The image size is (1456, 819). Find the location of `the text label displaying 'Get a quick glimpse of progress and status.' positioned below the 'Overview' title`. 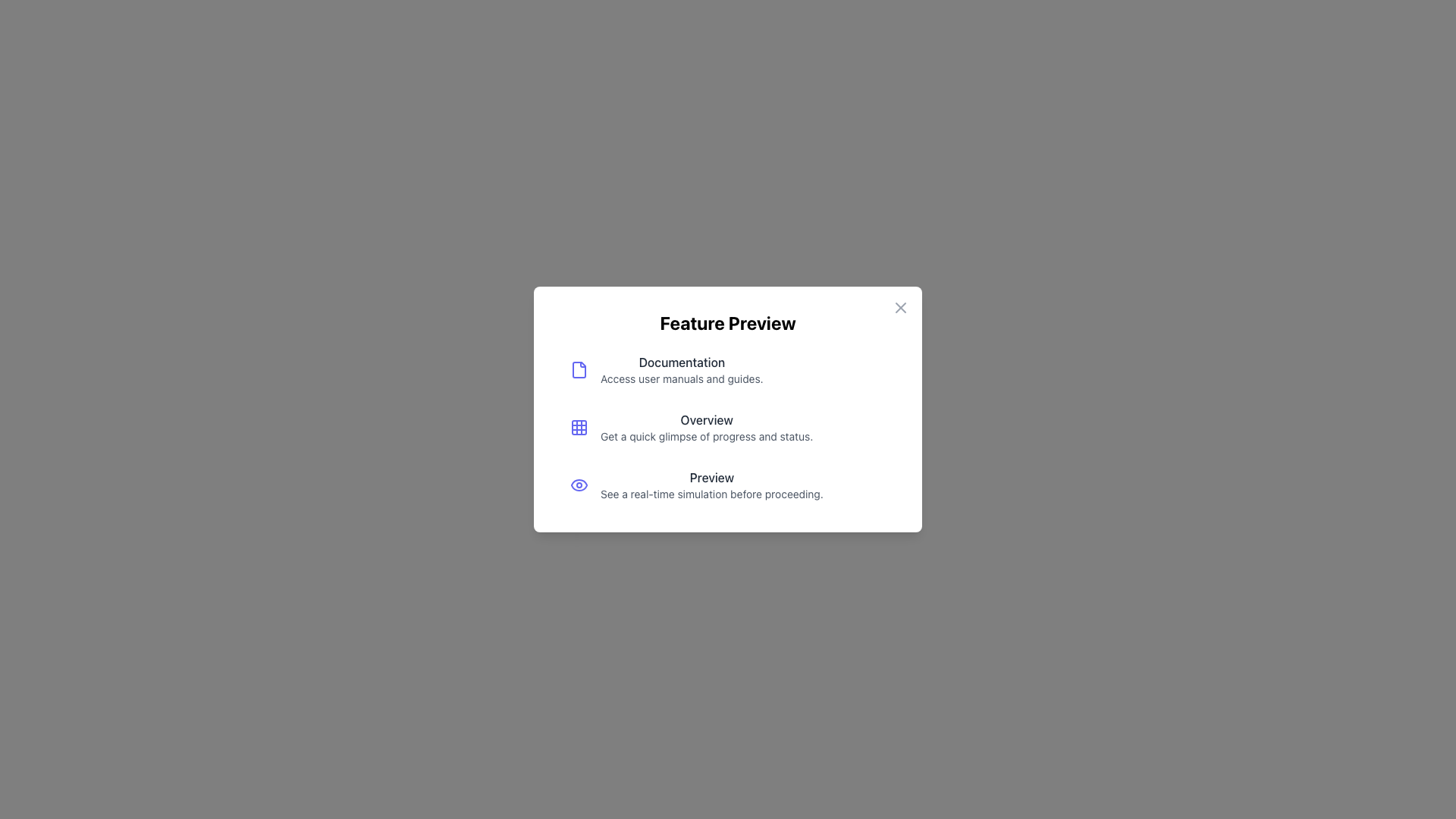

the text label displaying 'Get a quick glimpse of progress and status.' positioned below the 'Overview' title is located at coordinates (706, 436).